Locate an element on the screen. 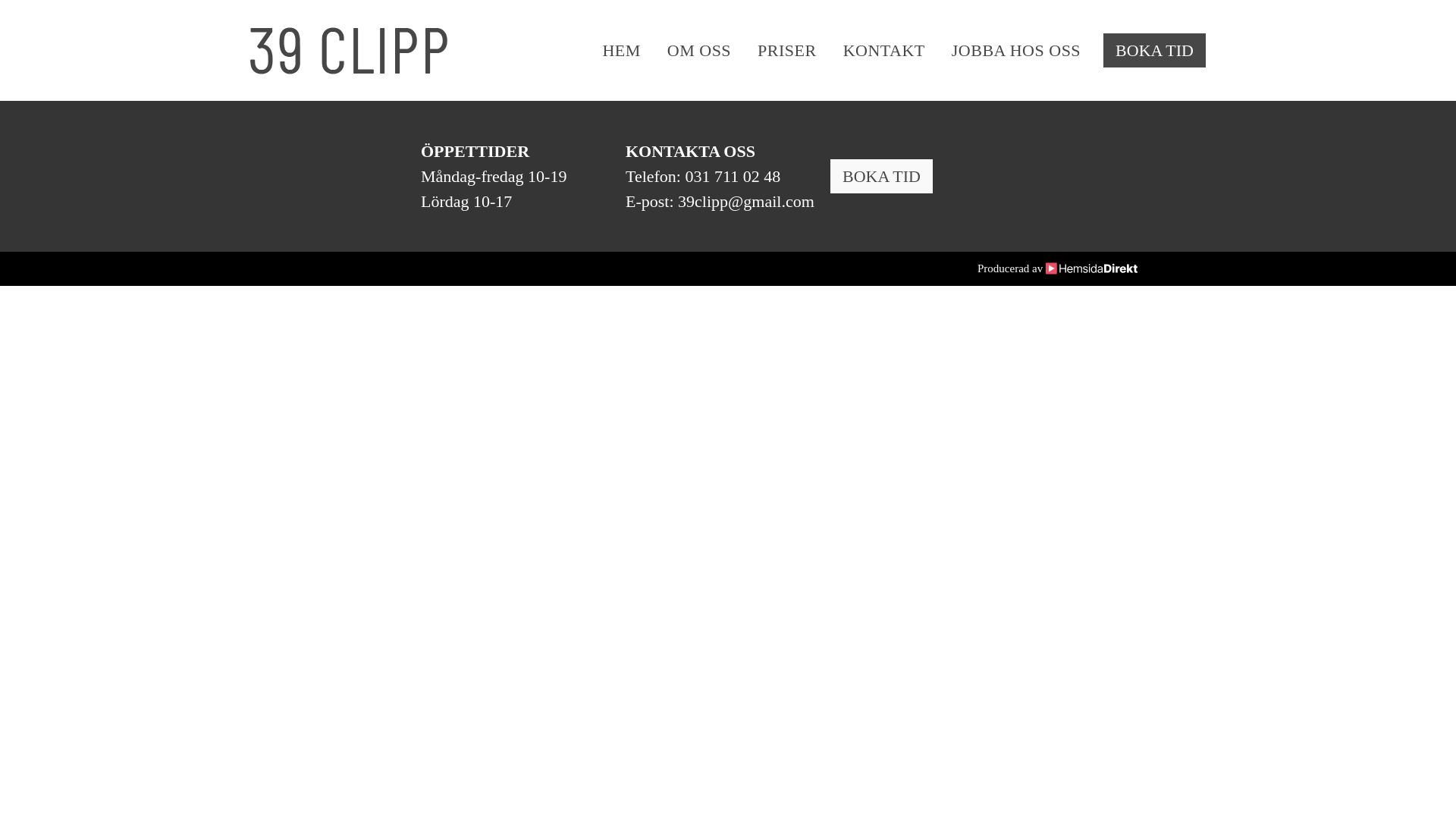 Image resolution: width=1456 pixels, height=819 pixels. 'PRISER' is located at coordinates (773, 49).